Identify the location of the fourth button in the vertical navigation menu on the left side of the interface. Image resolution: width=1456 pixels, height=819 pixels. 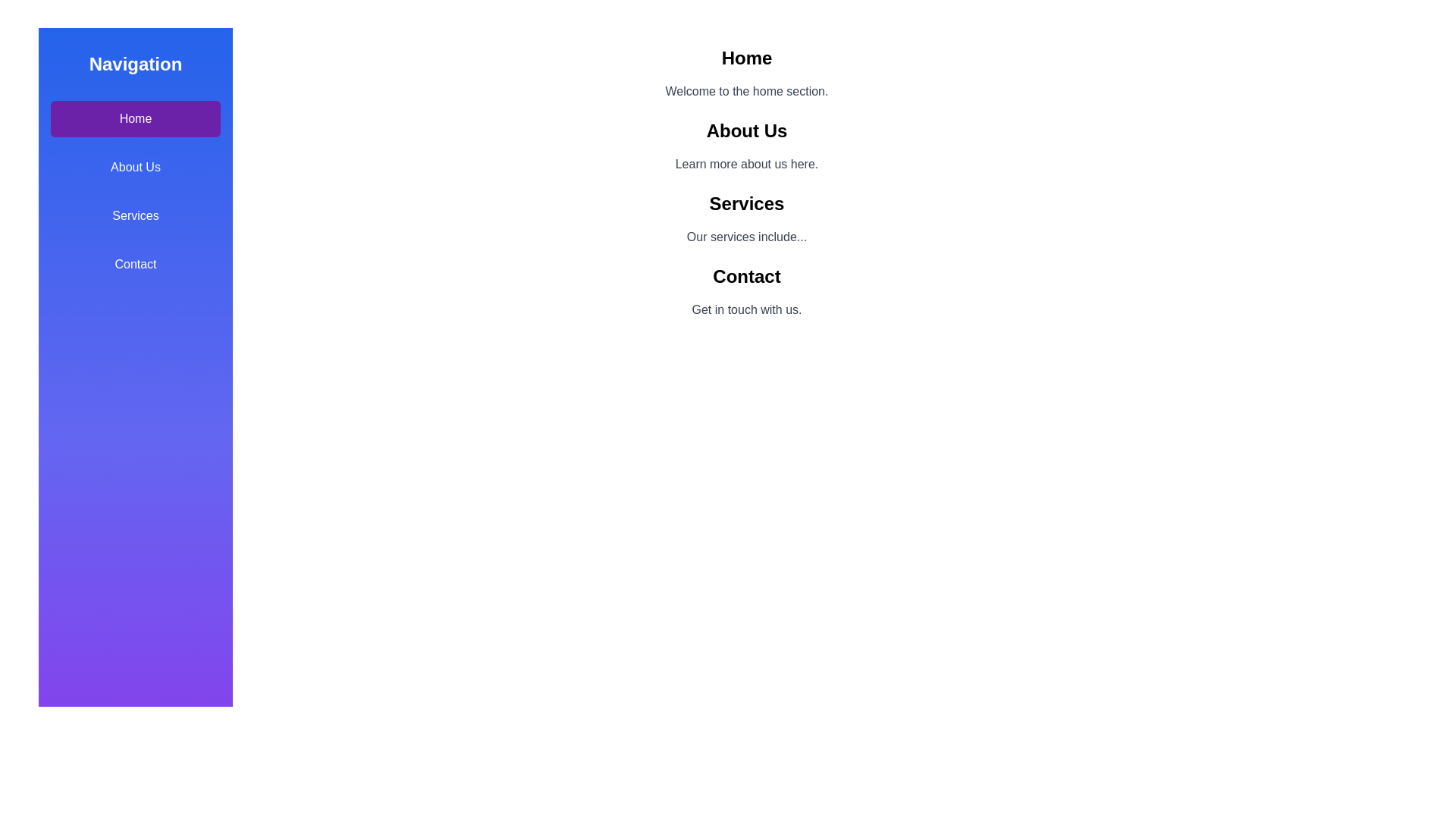
(135, 263).